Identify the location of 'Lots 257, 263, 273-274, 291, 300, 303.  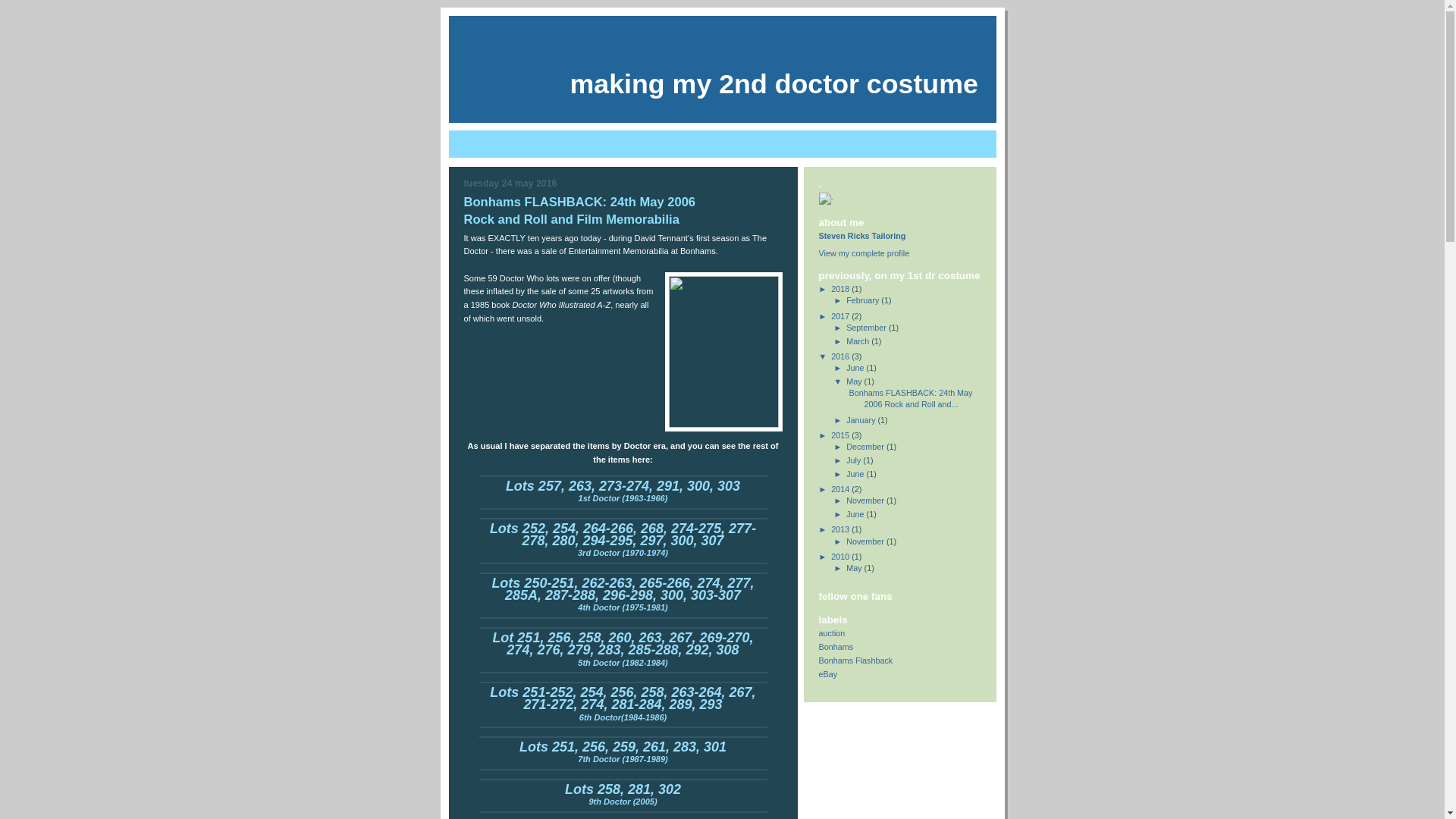
(623, 493).